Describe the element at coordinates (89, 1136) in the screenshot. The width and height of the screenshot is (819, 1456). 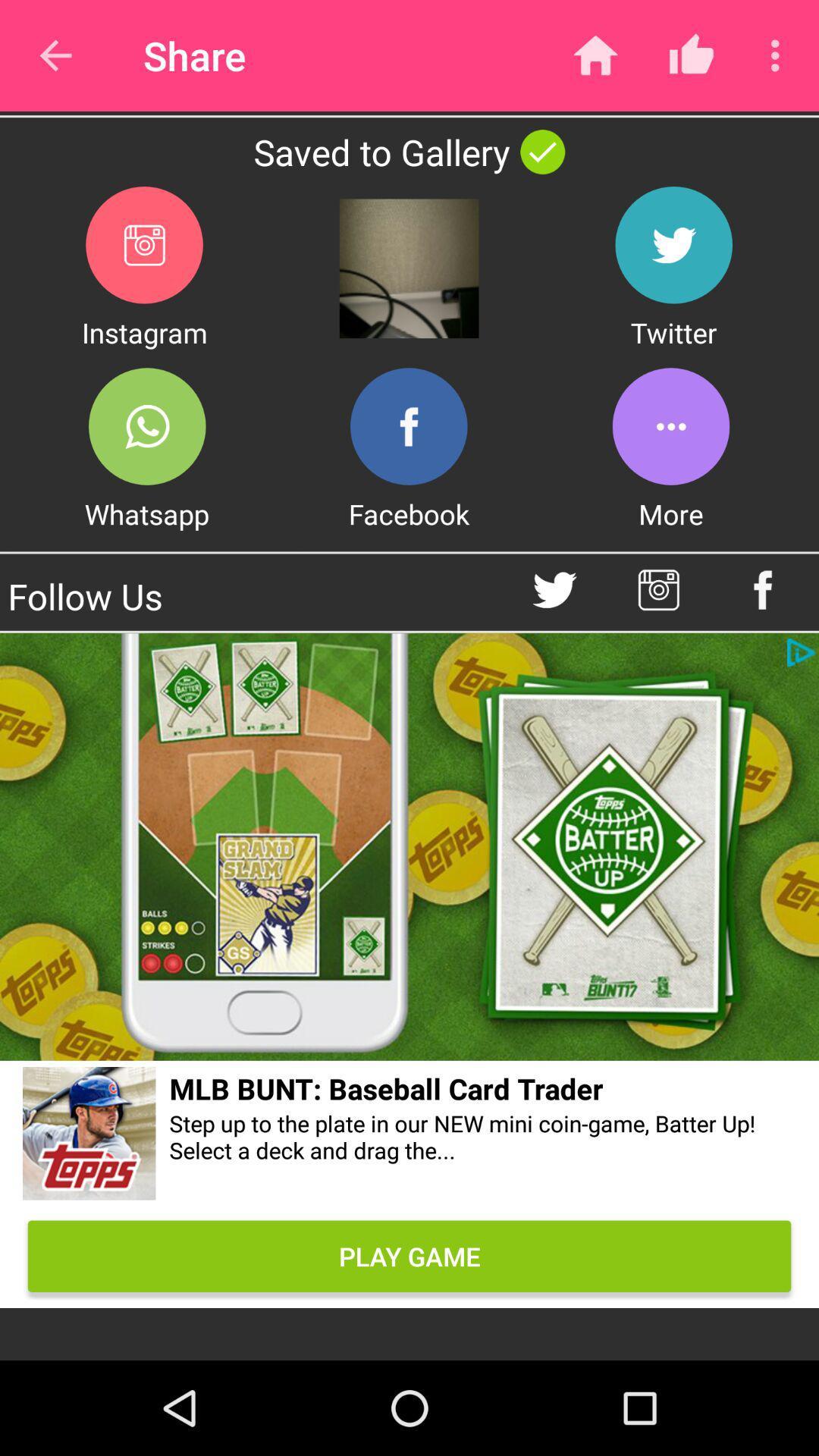
I see `open game suggestion` at that location.